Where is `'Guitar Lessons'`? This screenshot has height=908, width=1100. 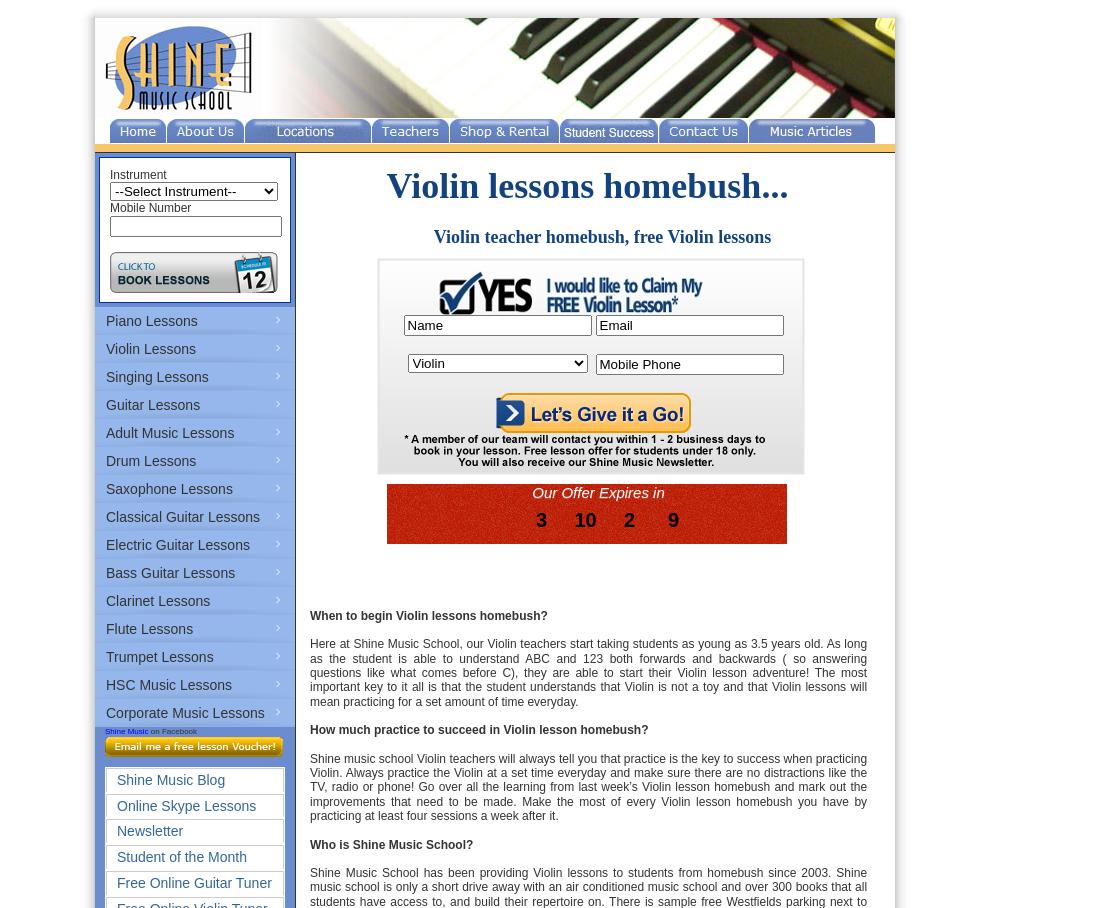
'Guitar Lessons' is located at coordinates (106, 403).